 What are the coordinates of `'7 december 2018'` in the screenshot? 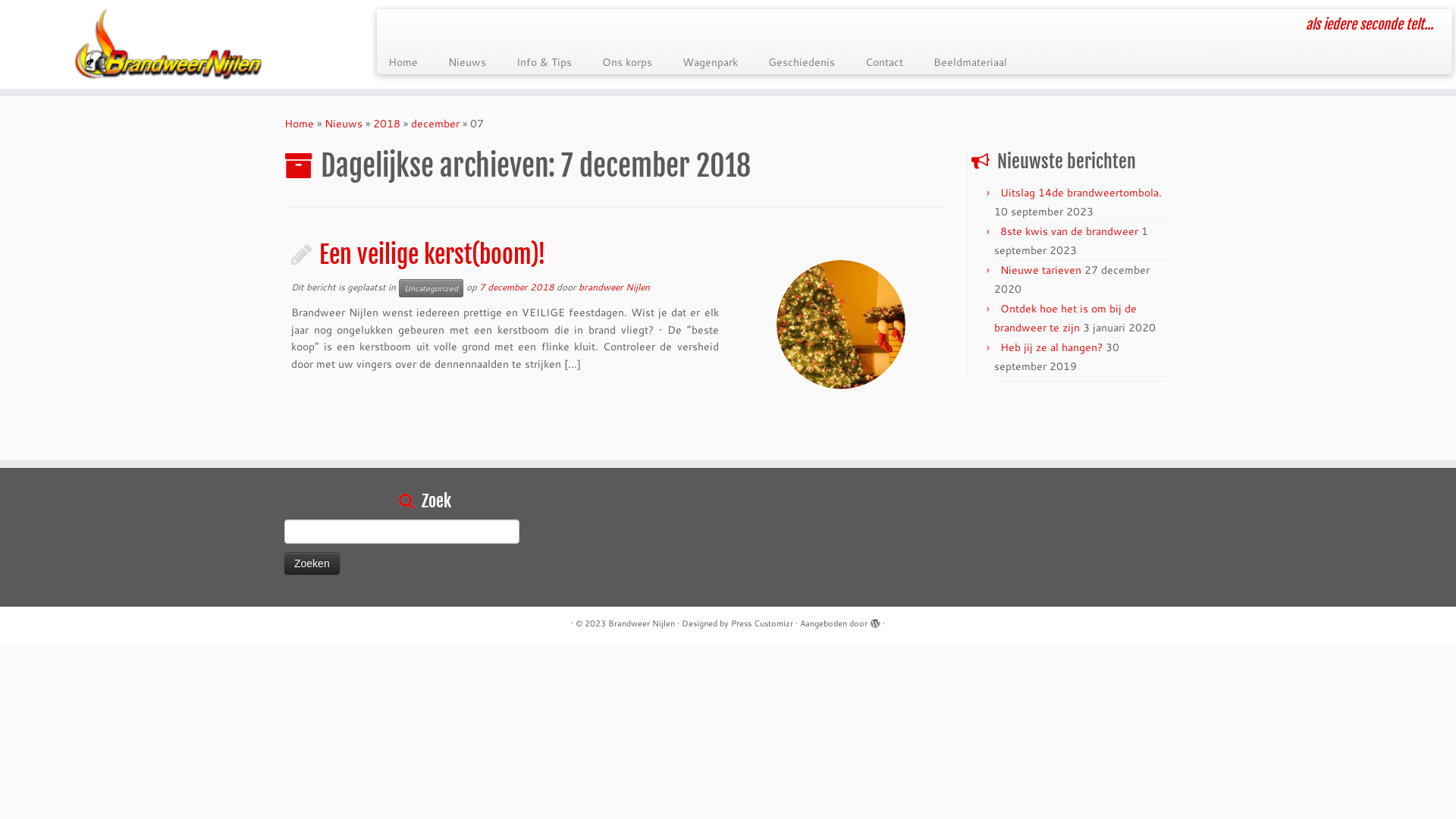 It's located at (516, 287).